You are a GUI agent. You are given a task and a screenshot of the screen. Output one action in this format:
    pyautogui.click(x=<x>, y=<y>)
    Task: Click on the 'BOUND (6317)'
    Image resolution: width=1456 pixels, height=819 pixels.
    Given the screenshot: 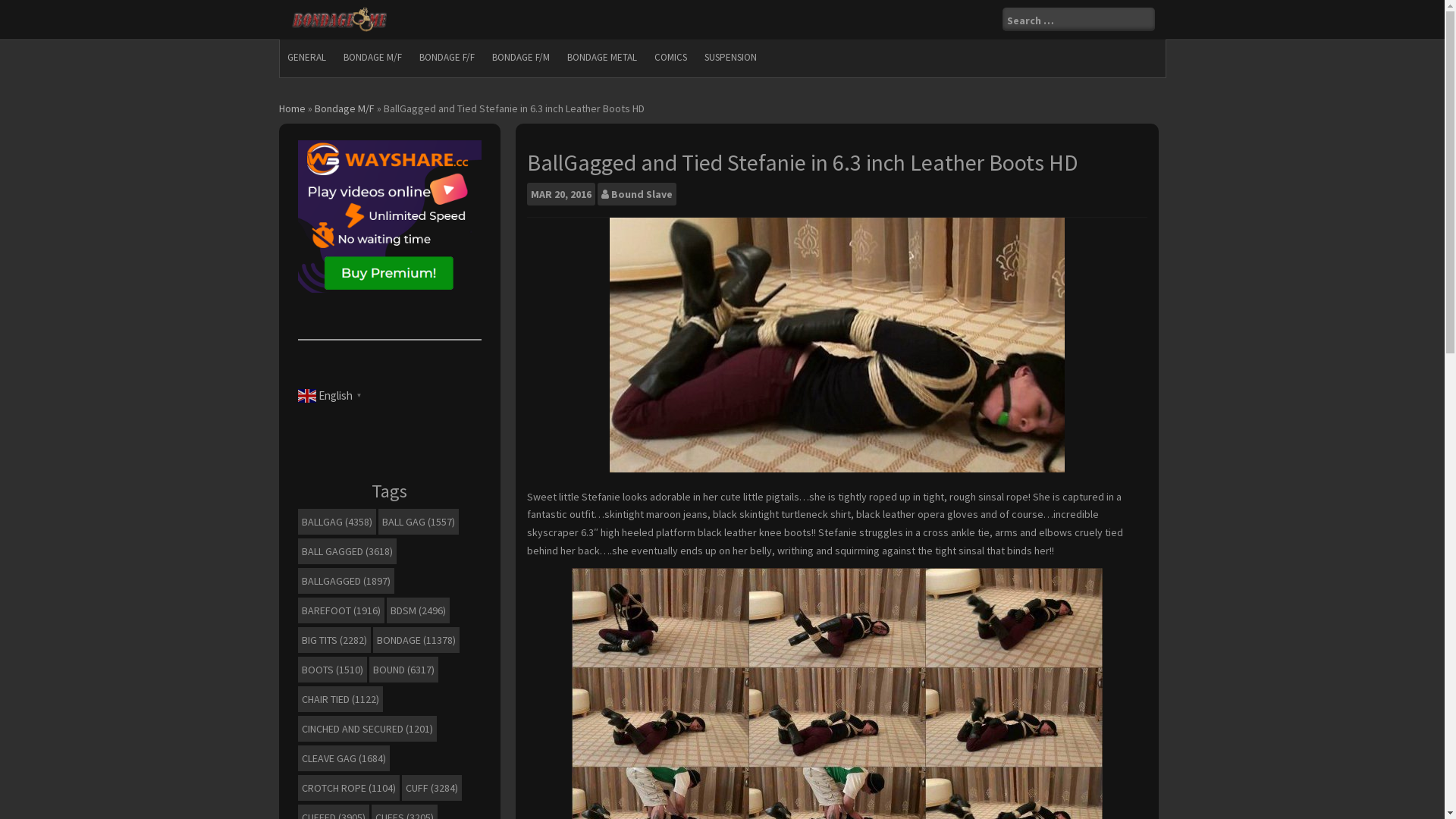 What is the action you would take?
    pyautogui.click(x=403, y=669)
    